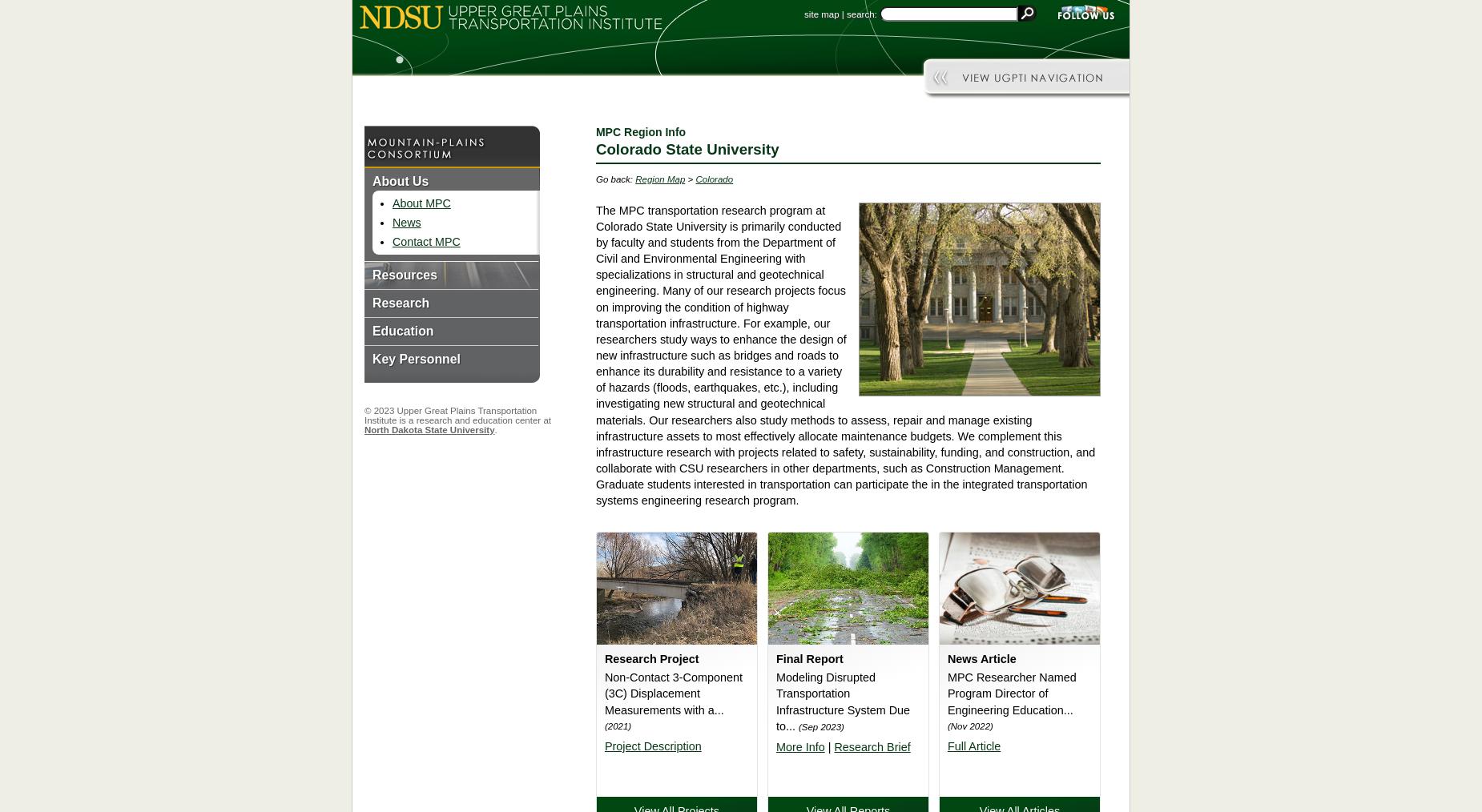 The image size is (1482, 812). I want to click on 'Region Map', so click(659, 177).